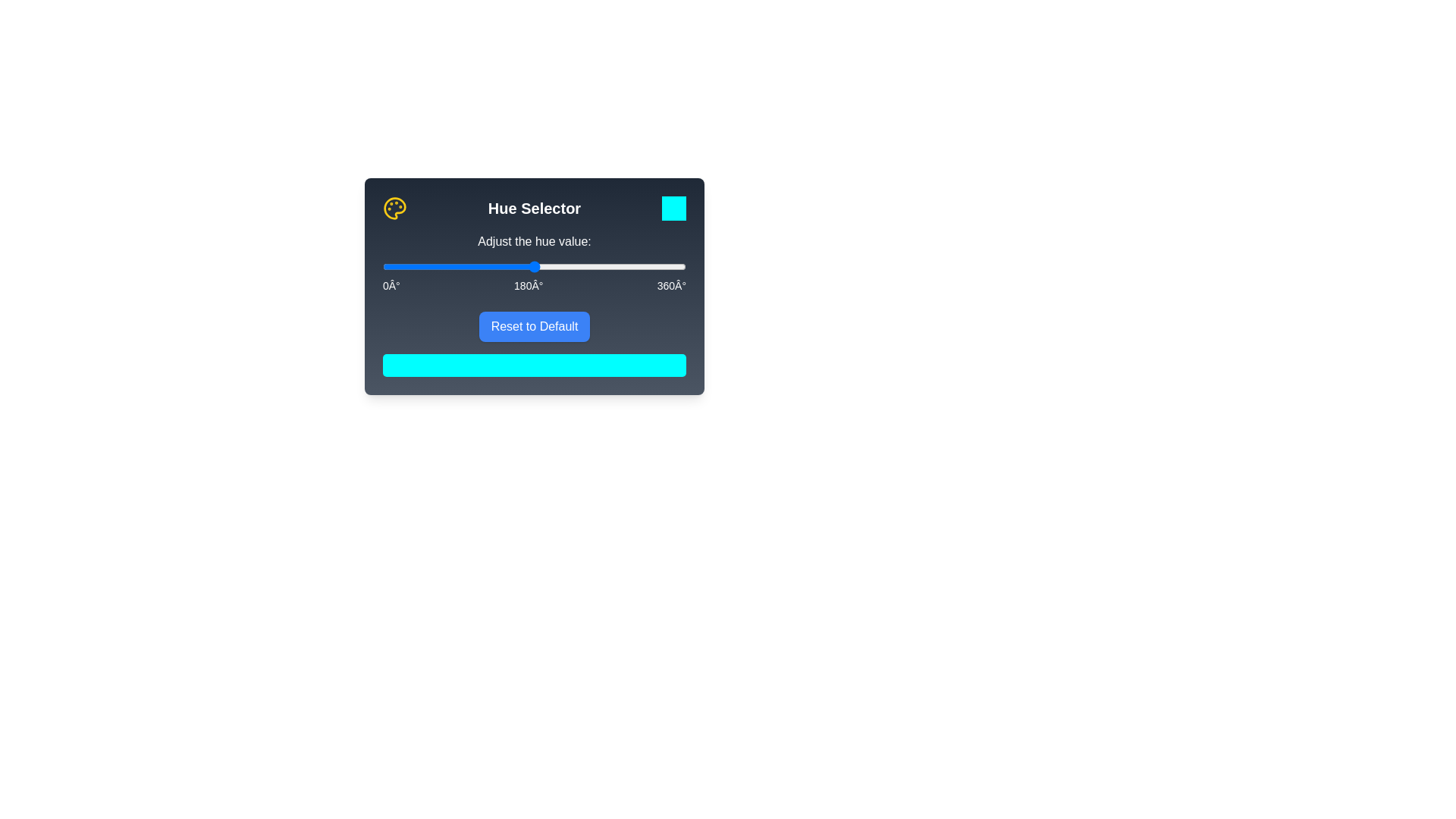 The width and height of the screenshot is (1456, 819). I want to click on the hue slider to 137°, so click(498, 265).